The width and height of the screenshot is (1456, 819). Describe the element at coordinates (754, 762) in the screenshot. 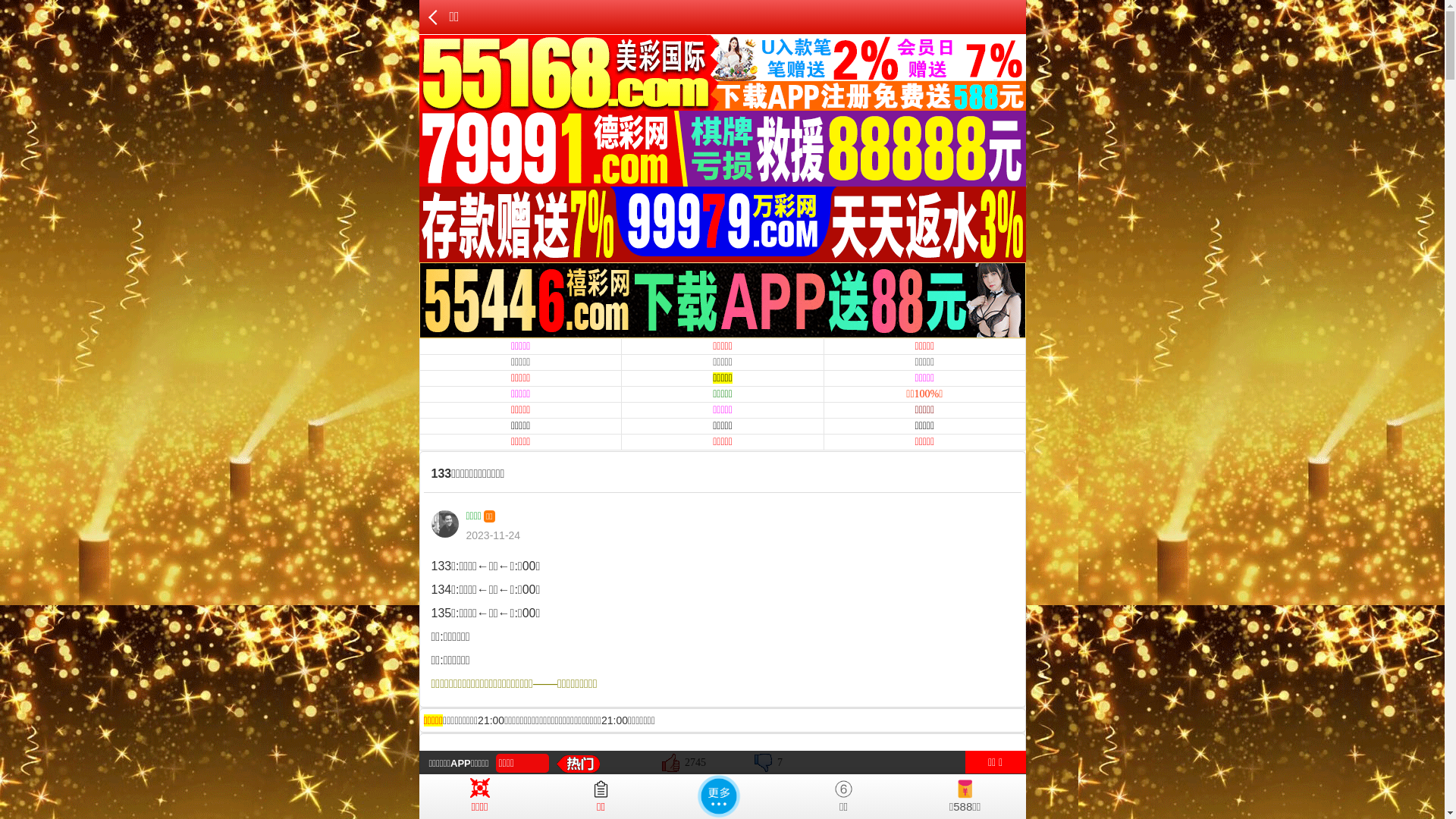

I see `'7'` at that location.